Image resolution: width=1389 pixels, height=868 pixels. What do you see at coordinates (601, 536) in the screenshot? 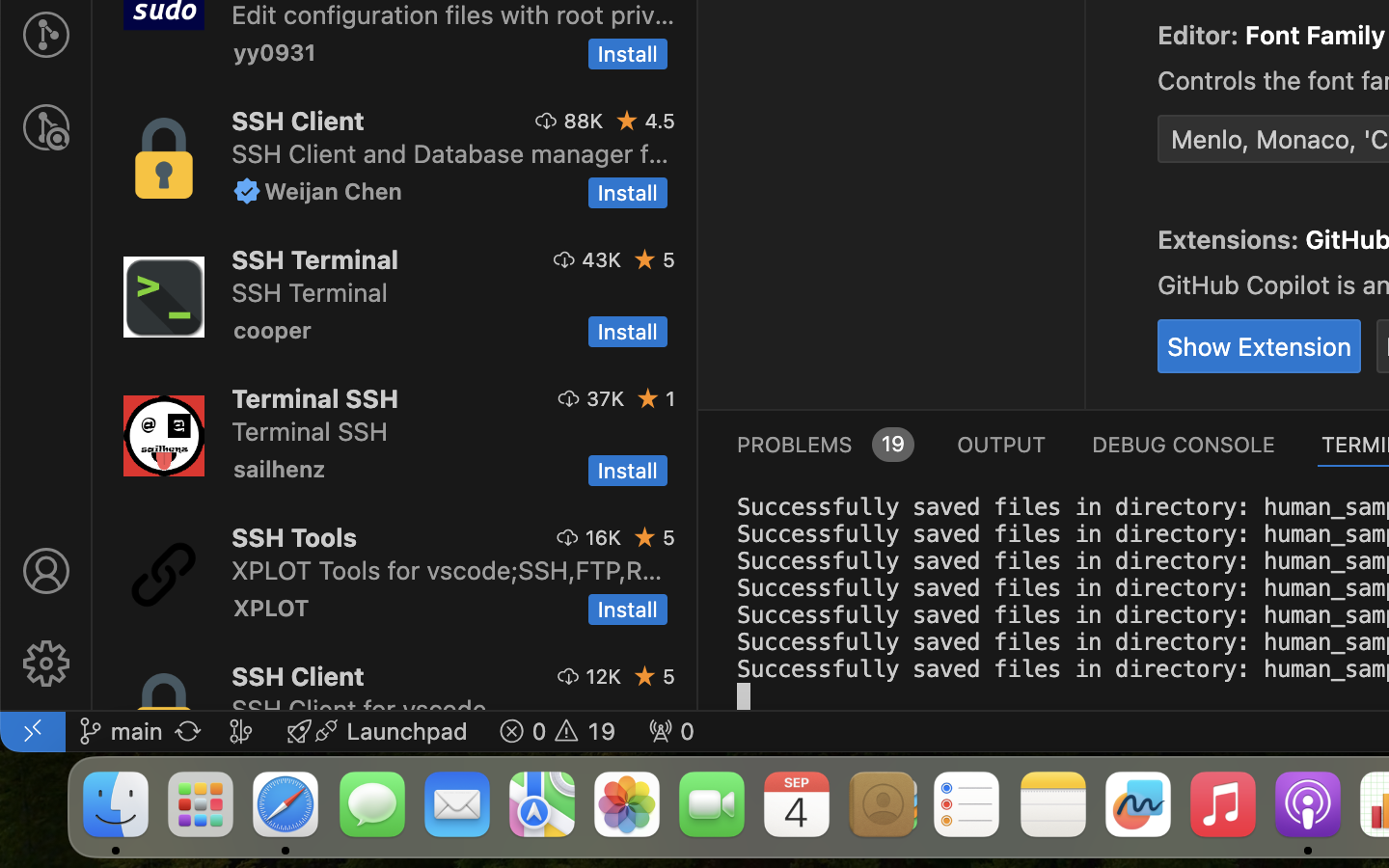
I see `'16K'` at bounding box center [601, 536].